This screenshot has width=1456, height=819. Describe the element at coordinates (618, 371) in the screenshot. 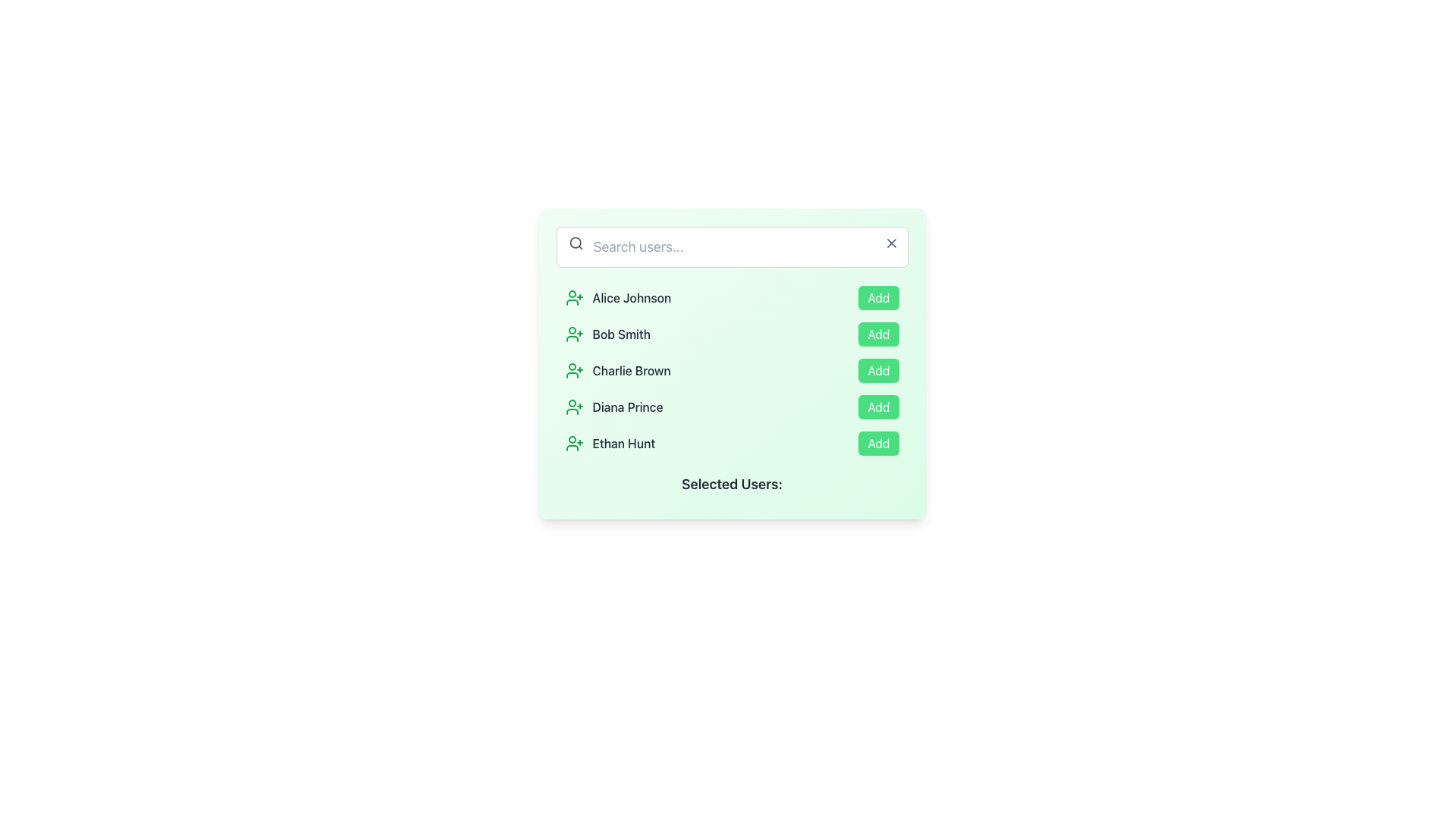

I see `the text label displaying 'Charlie Brown', which is the third entry in the user list, positioned to the right of a user icon with a green plus sign` at that location.